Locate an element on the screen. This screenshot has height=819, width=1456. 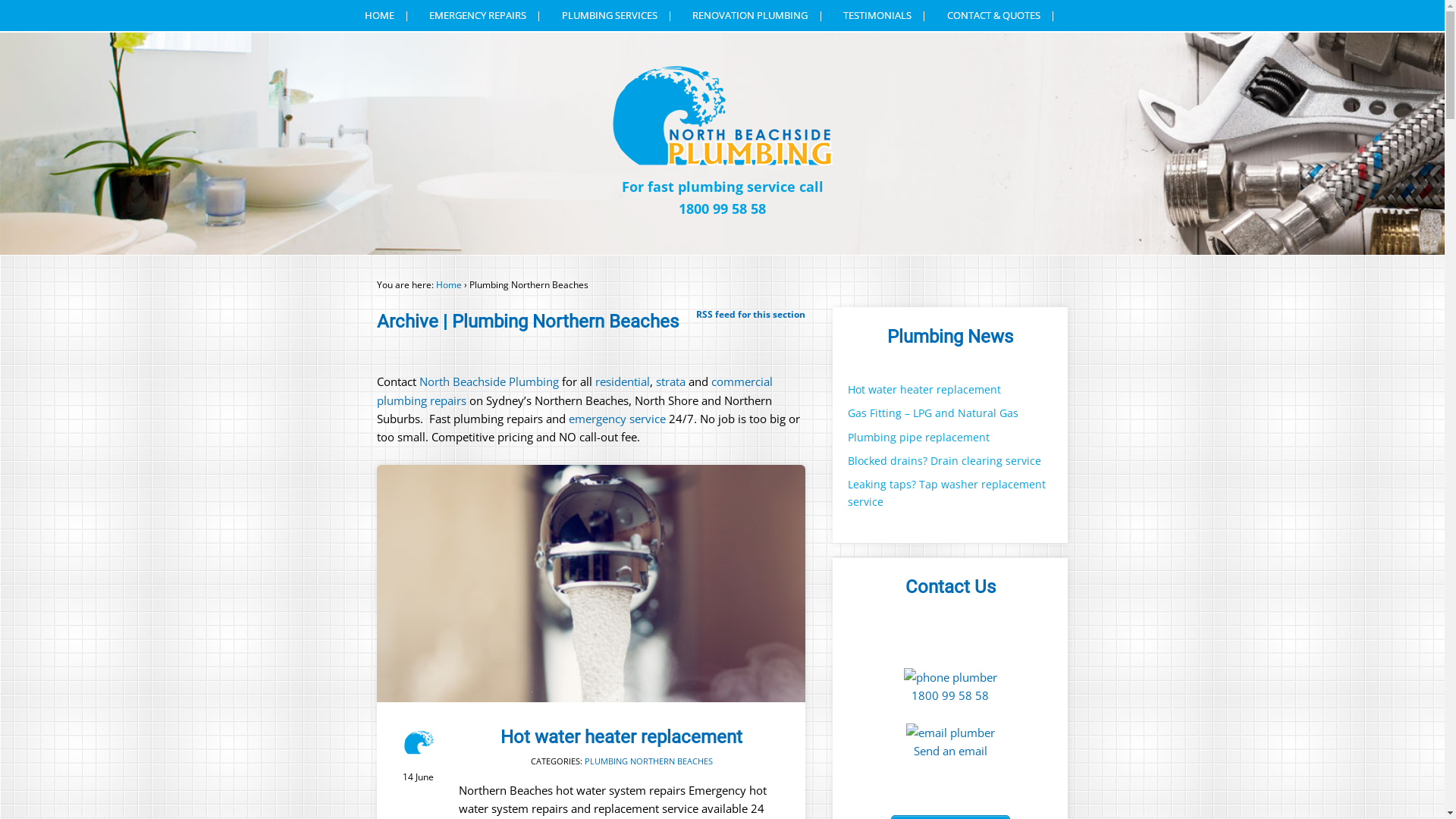
'CONTACT & QUOTES' is located at coordinates (1001, 15).